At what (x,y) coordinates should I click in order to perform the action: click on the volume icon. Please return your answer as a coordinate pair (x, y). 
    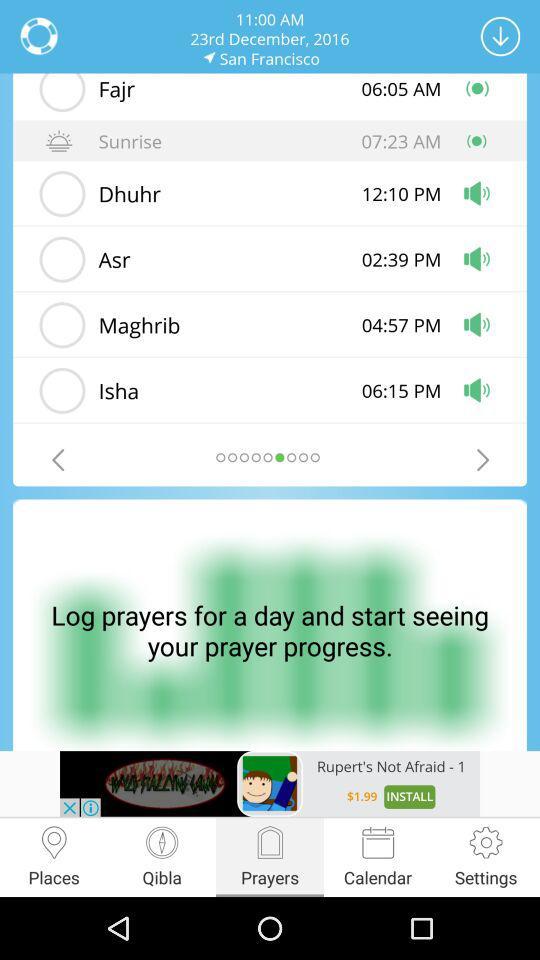
    Looking at the image, I should click on (476, 258).